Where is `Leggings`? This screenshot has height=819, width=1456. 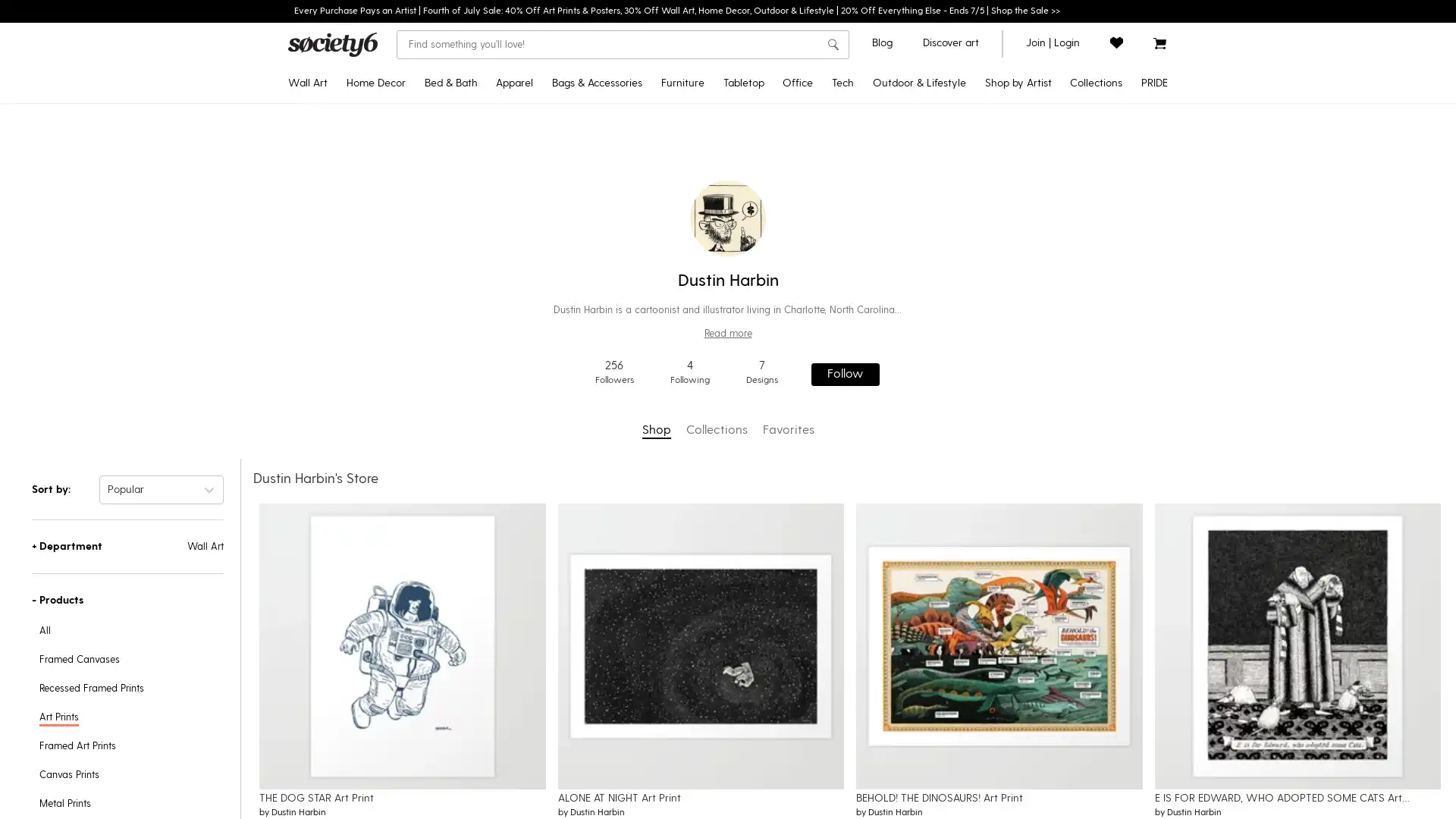 Leggings is located at coordinates (562, 292).